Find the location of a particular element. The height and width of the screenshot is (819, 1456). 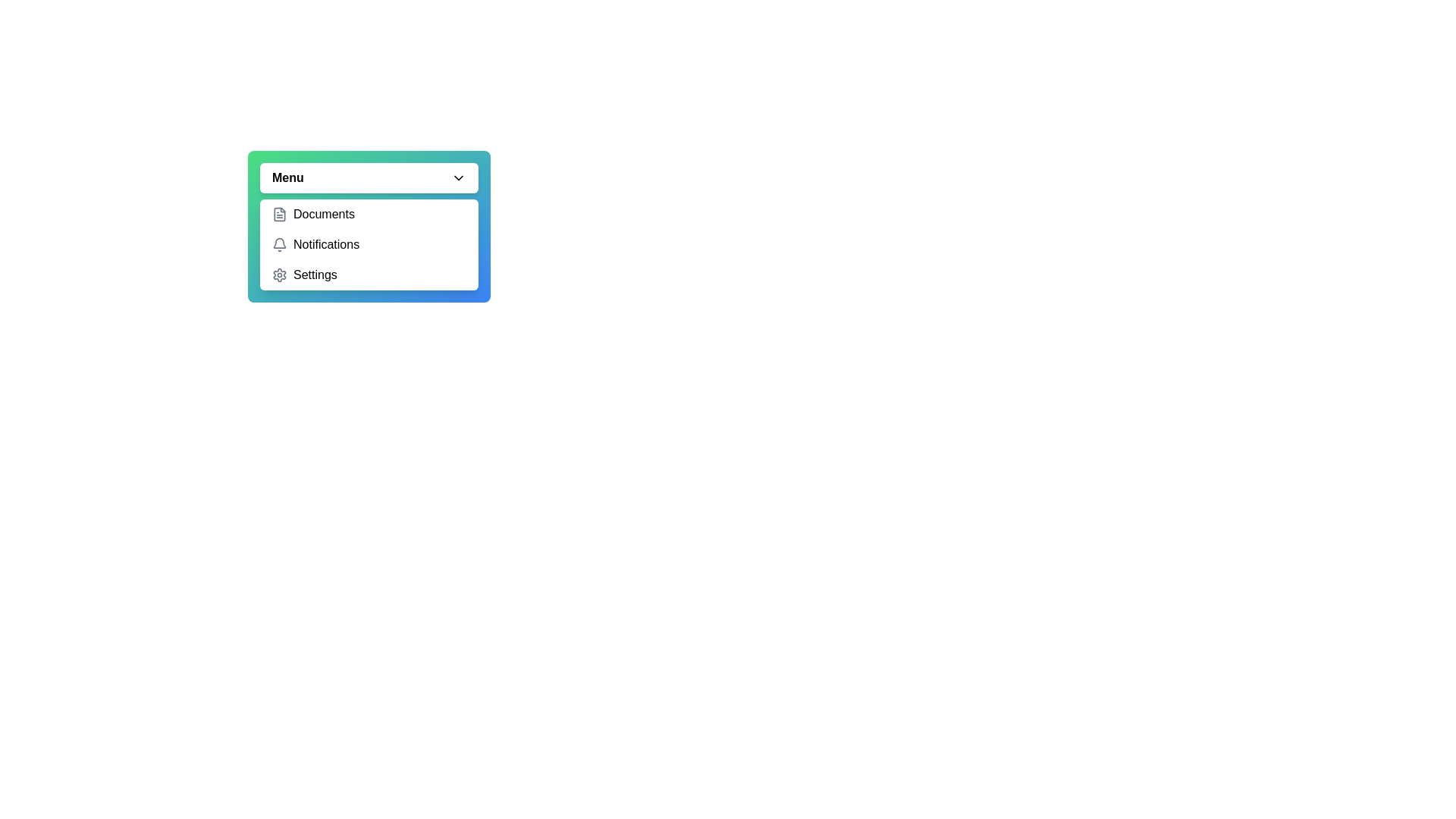

the settings icon located to the left of the 'Settings' text in the dropdown menu to possibly see a tooltip is located at coordinates (280, 275).